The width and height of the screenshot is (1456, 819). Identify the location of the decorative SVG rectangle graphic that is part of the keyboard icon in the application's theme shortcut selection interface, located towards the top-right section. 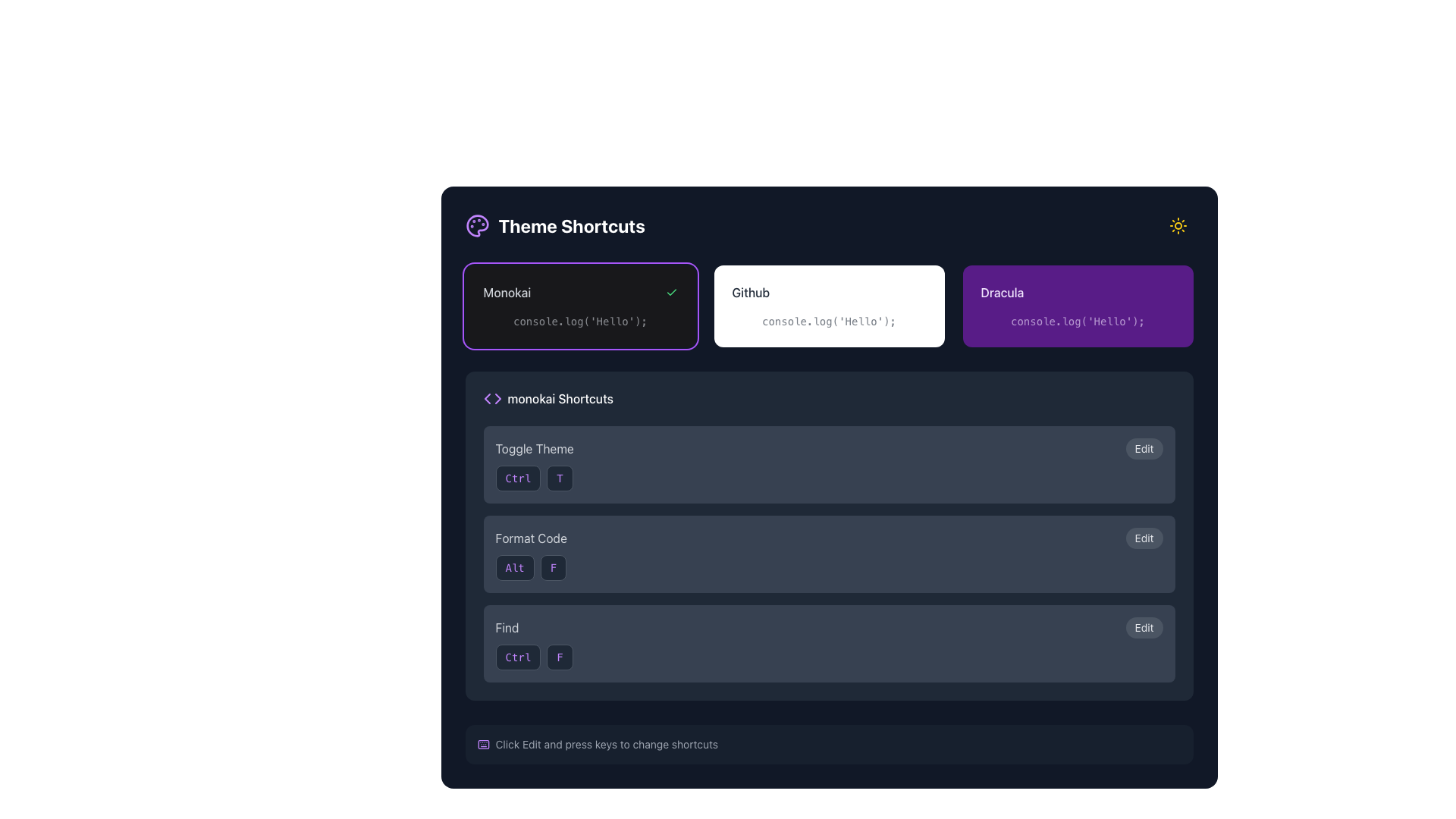
(482, 744).